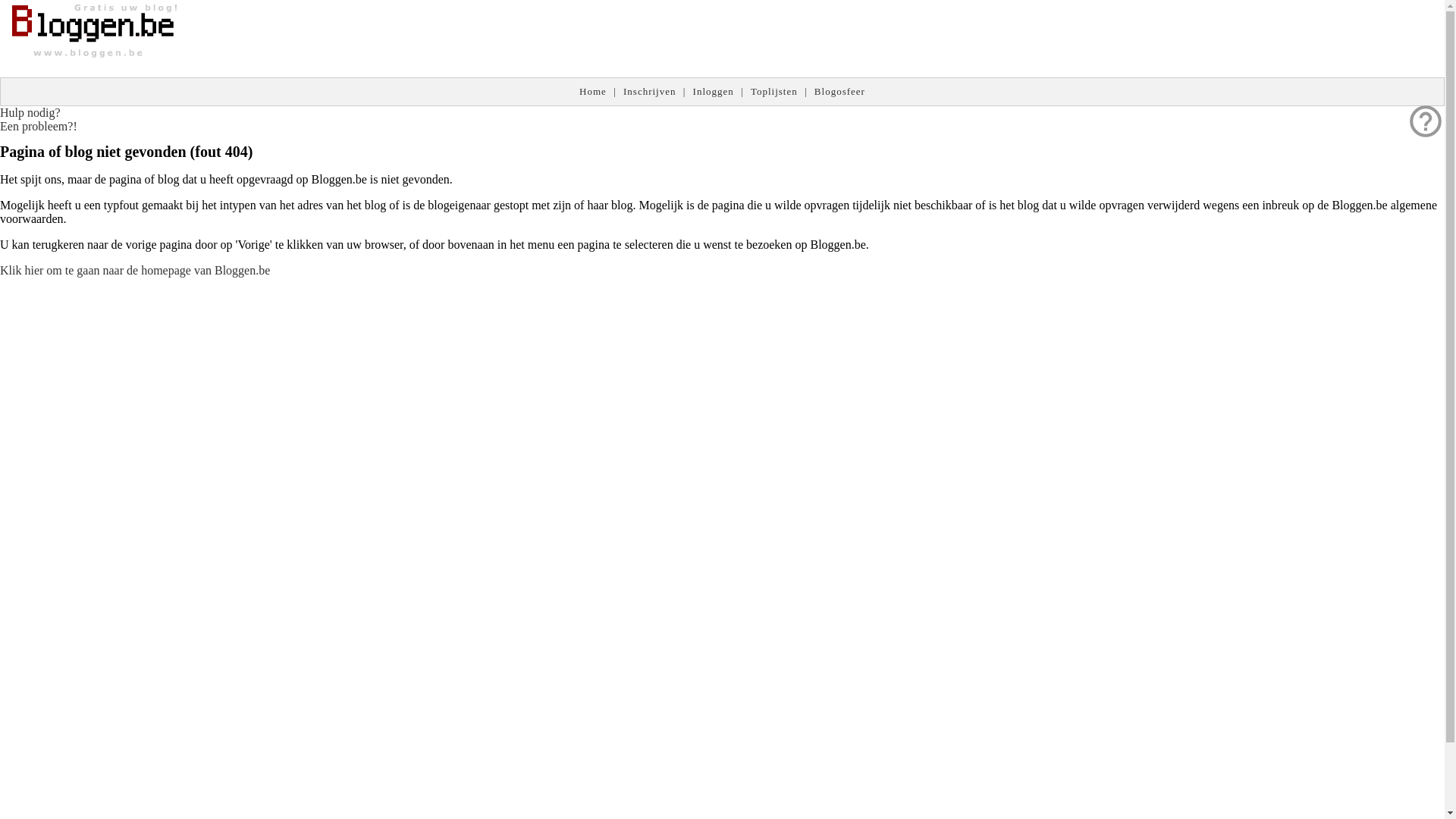  What do you see at coordinates (623, 91) in the screenshot?
I see `'Inschrijven'` at bounding box center [623, 91].